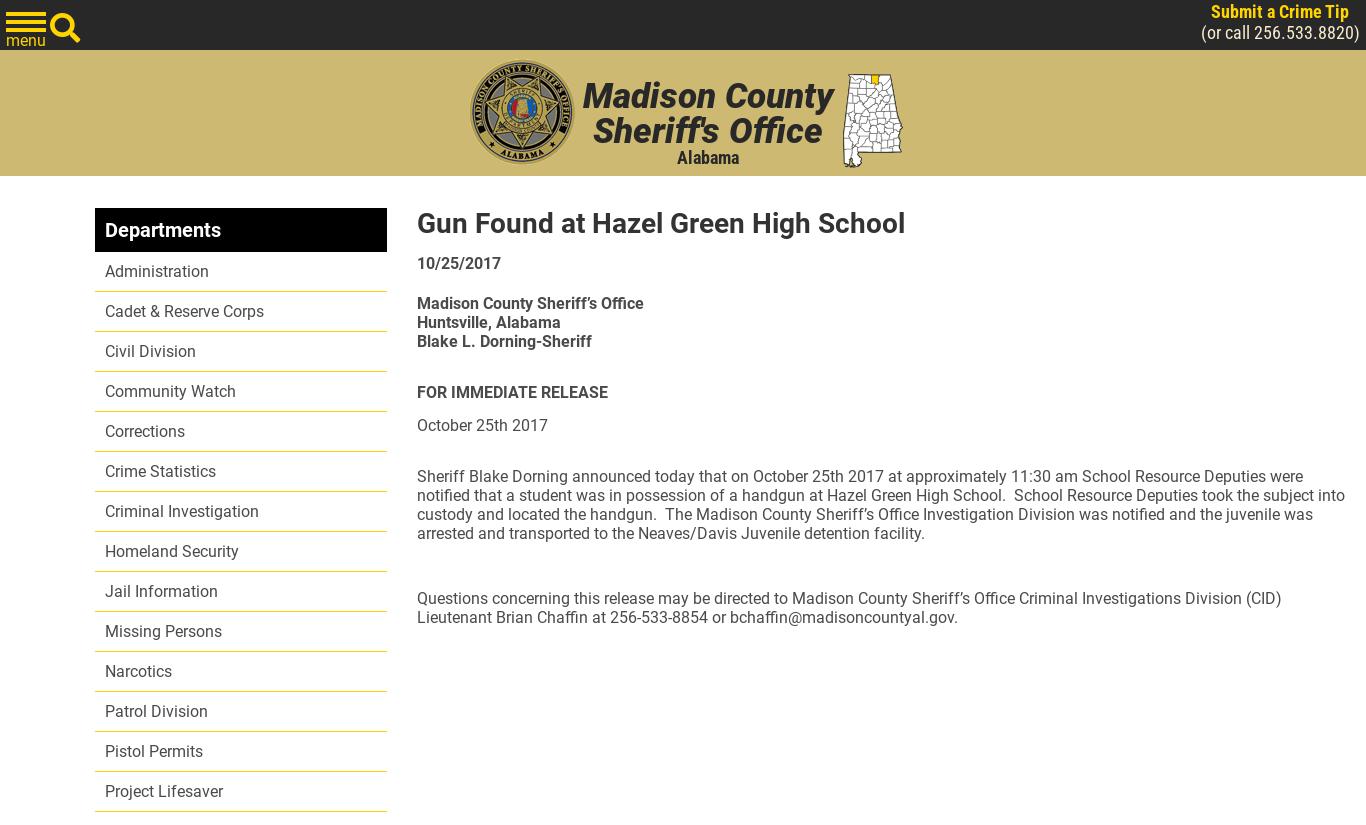  I want to click on 'Homeland Security', so click(170, 551).